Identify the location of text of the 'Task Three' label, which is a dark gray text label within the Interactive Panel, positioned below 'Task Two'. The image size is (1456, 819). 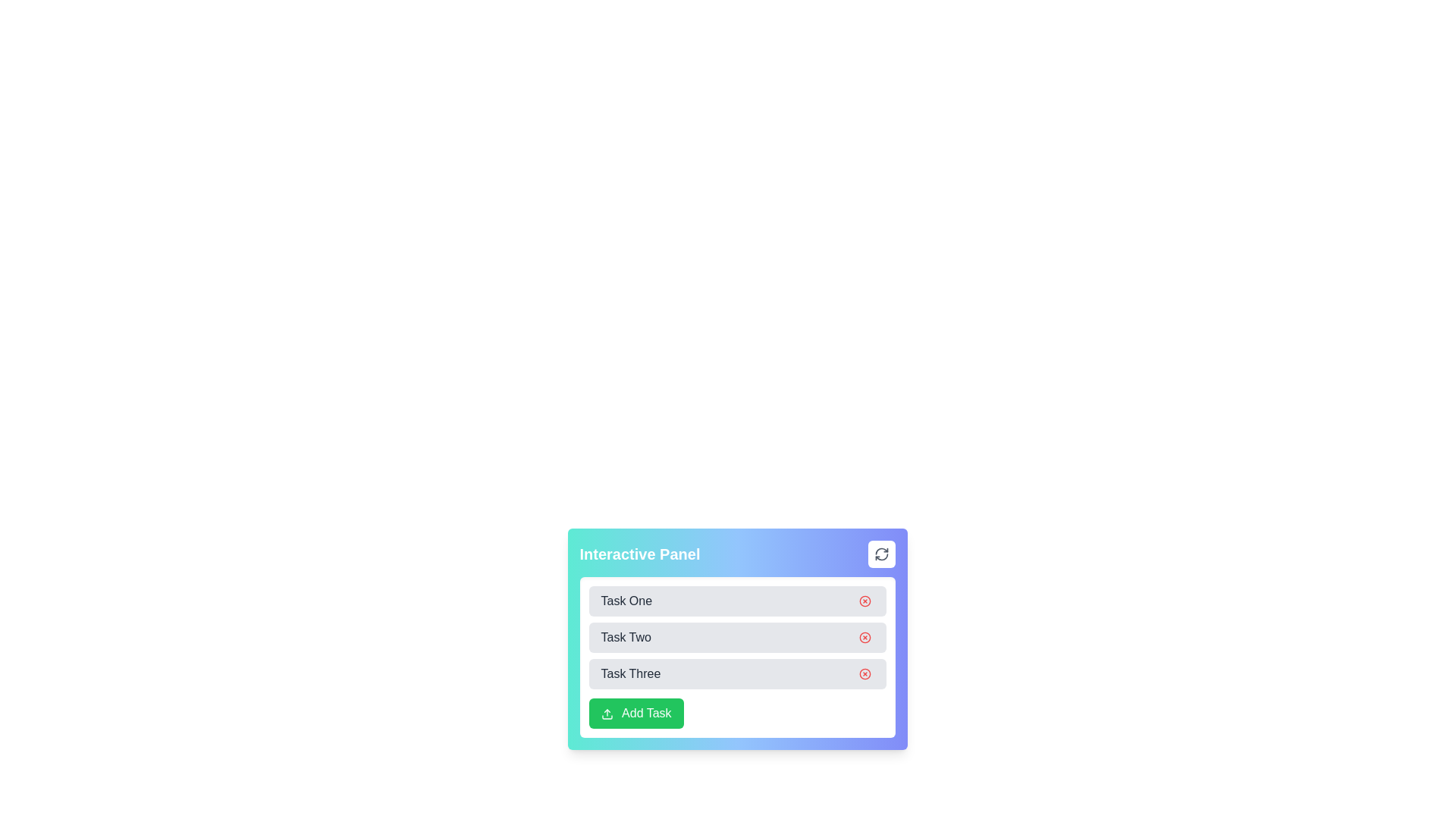
(630, 673).